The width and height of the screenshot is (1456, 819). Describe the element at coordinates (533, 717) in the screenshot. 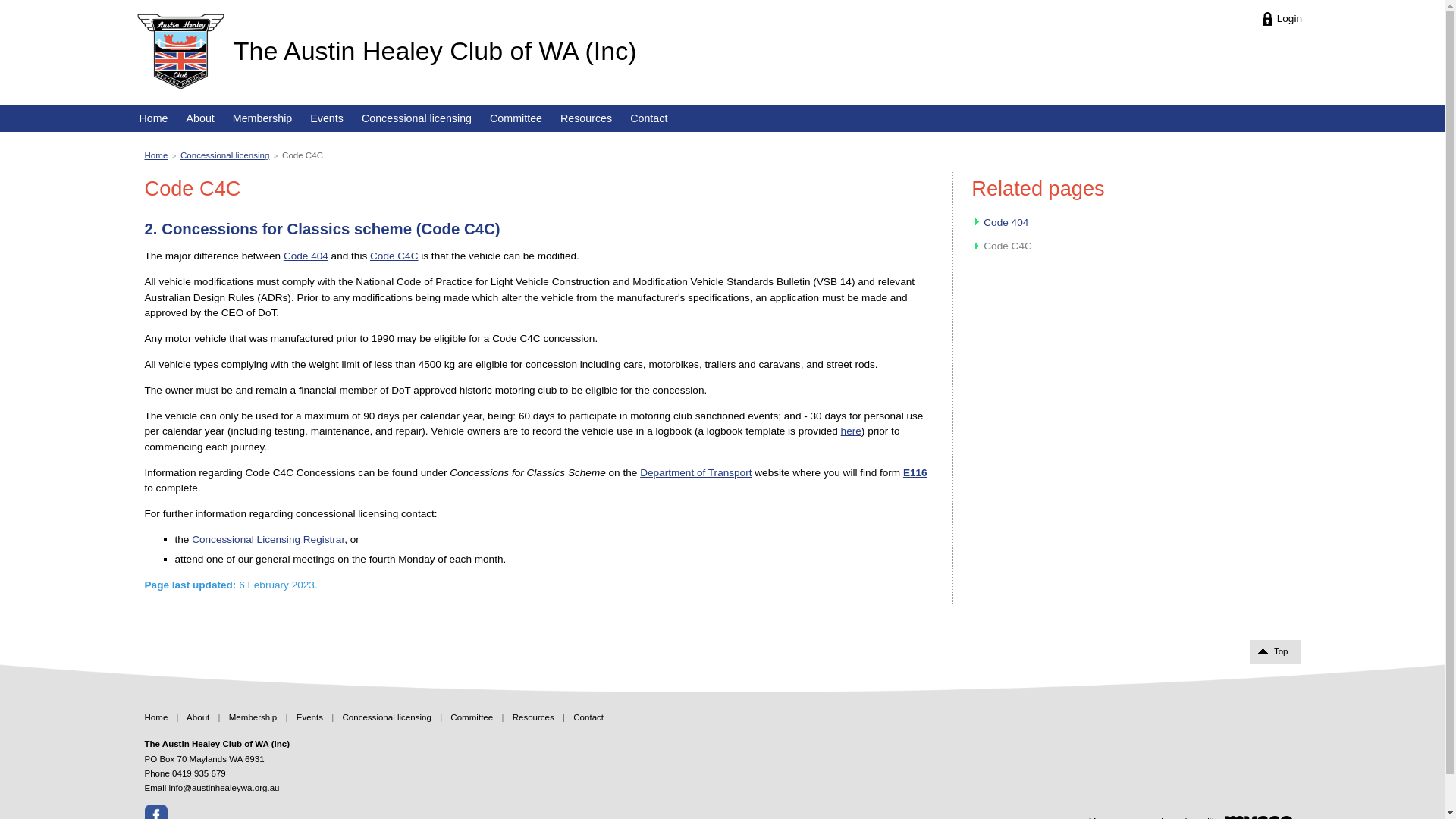

I see `'Resources'` at that location.